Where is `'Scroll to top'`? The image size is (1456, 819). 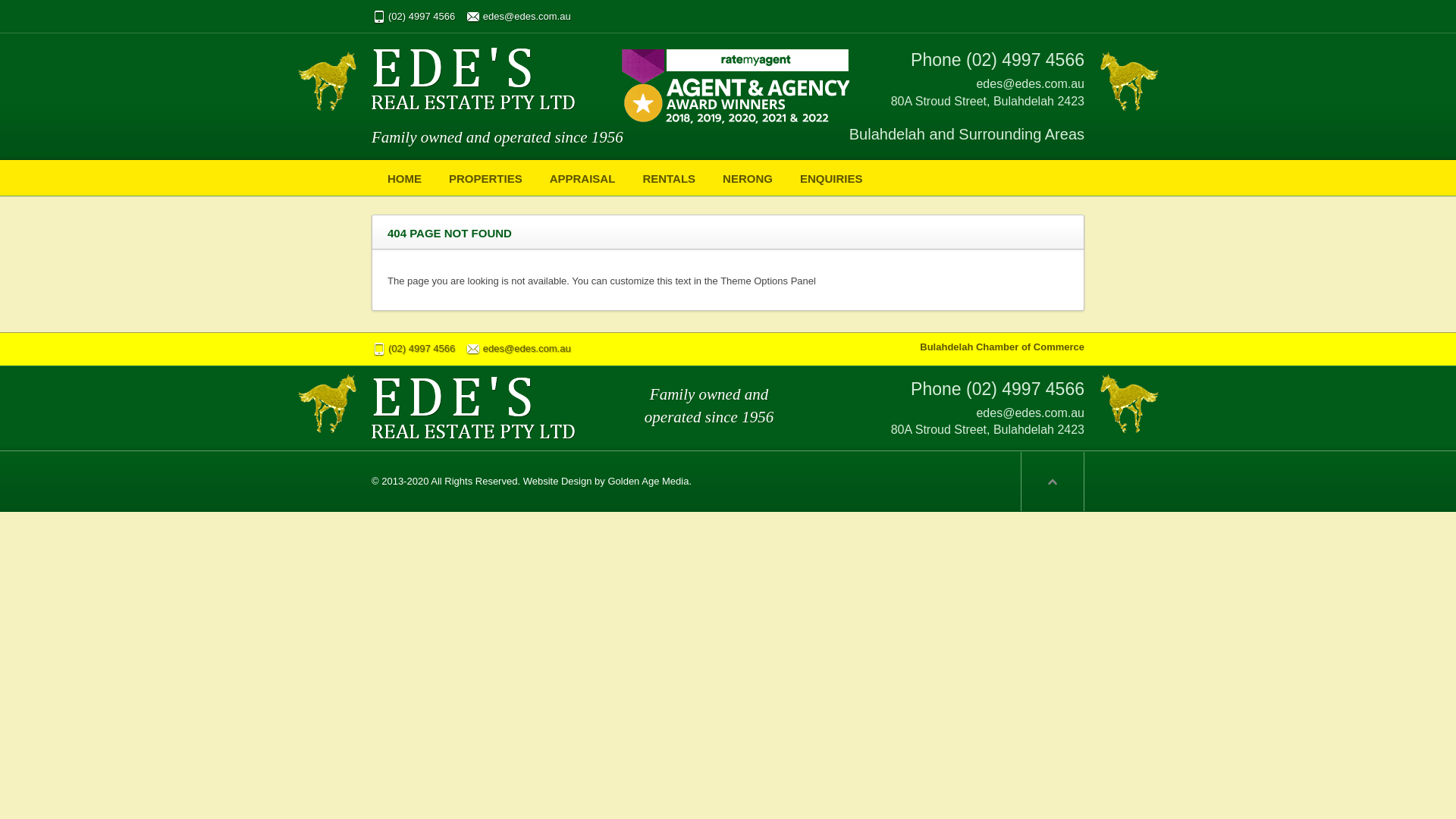 'Scroll to top' is located at coordinates (1051, 482).